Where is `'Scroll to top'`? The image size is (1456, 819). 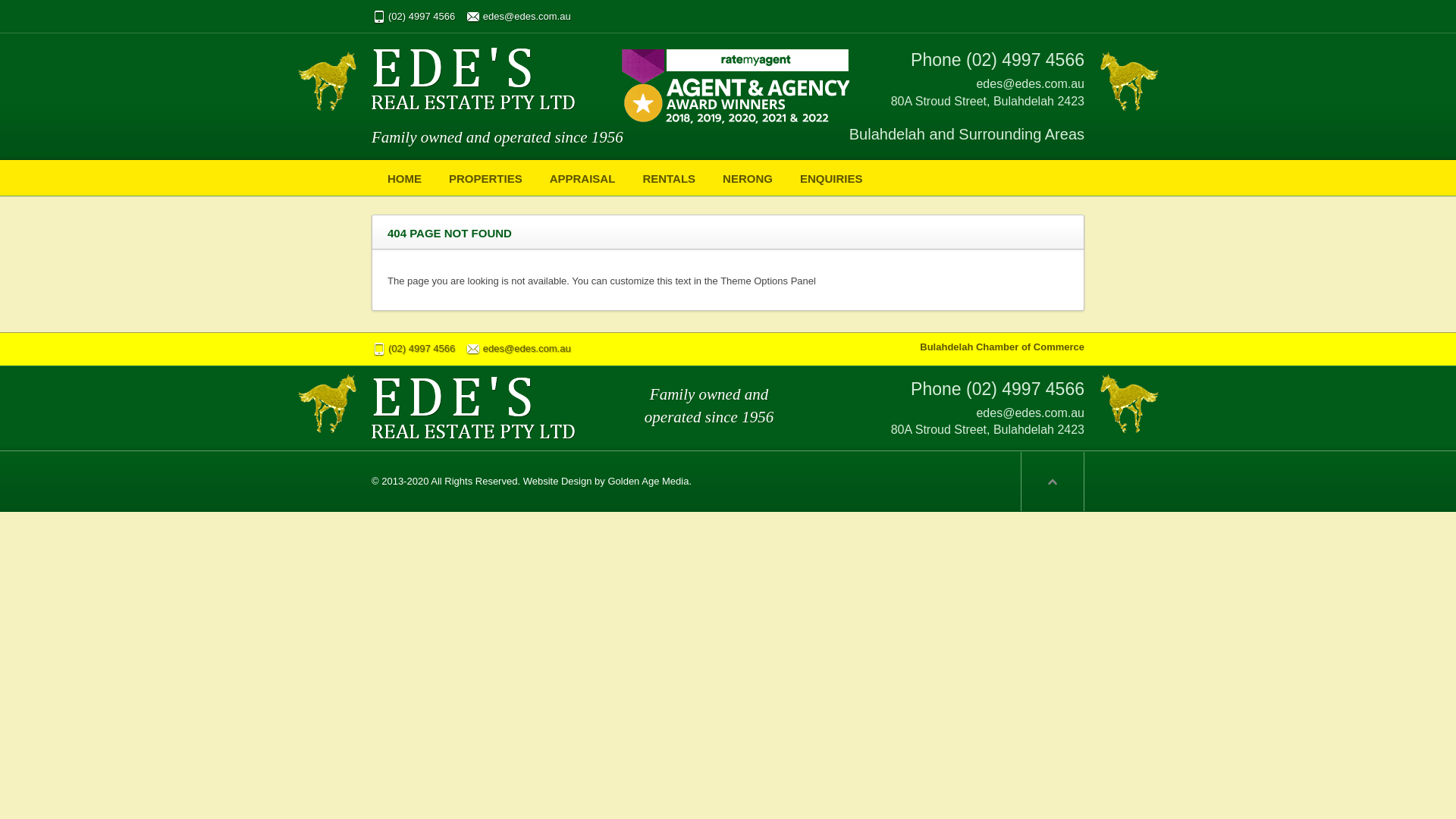 'Scroll to top' is located at coordinates (1051, 482).